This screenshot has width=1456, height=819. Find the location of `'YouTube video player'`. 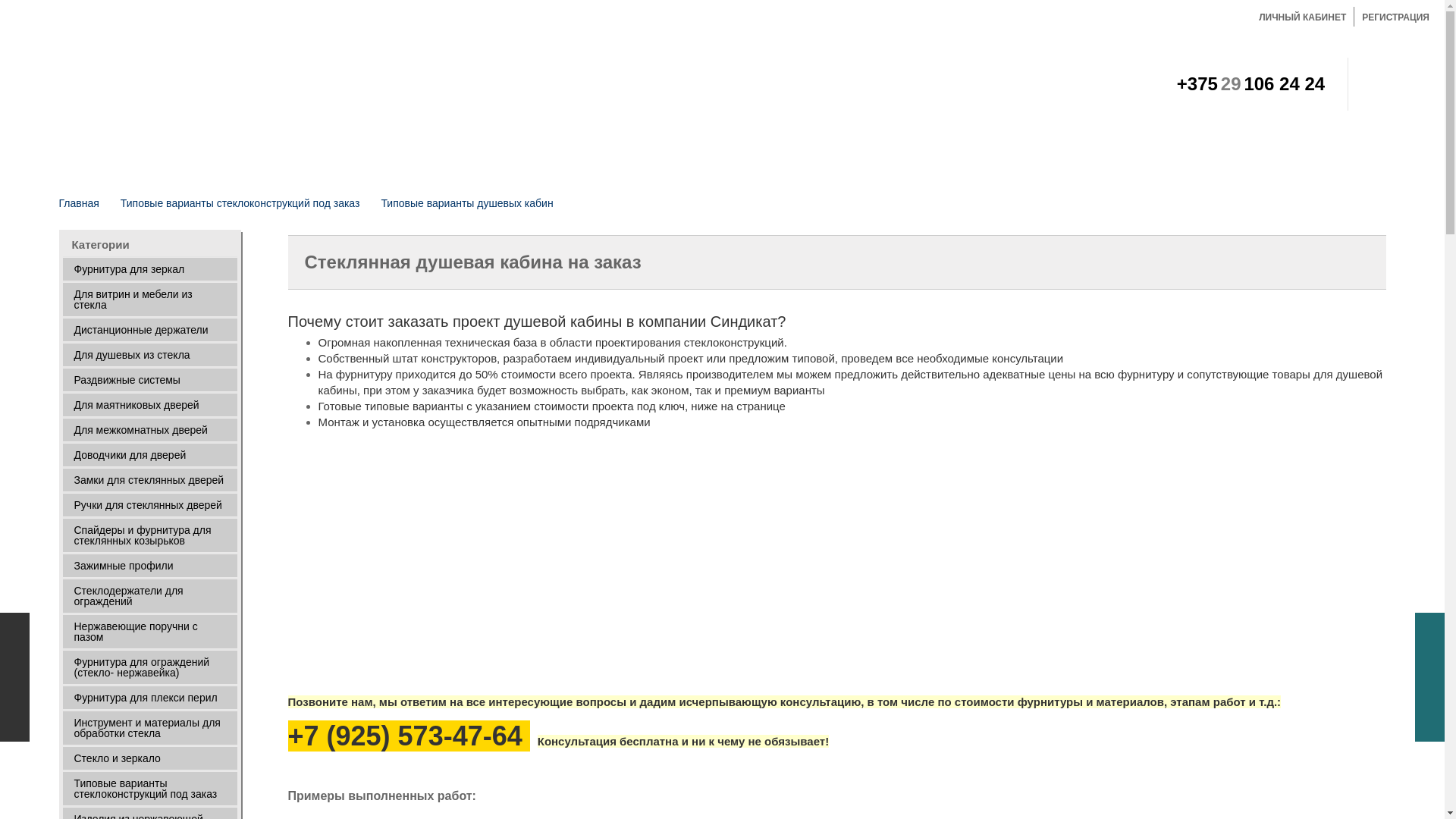

'YouTube video player' is located at coordinates (500, 562).